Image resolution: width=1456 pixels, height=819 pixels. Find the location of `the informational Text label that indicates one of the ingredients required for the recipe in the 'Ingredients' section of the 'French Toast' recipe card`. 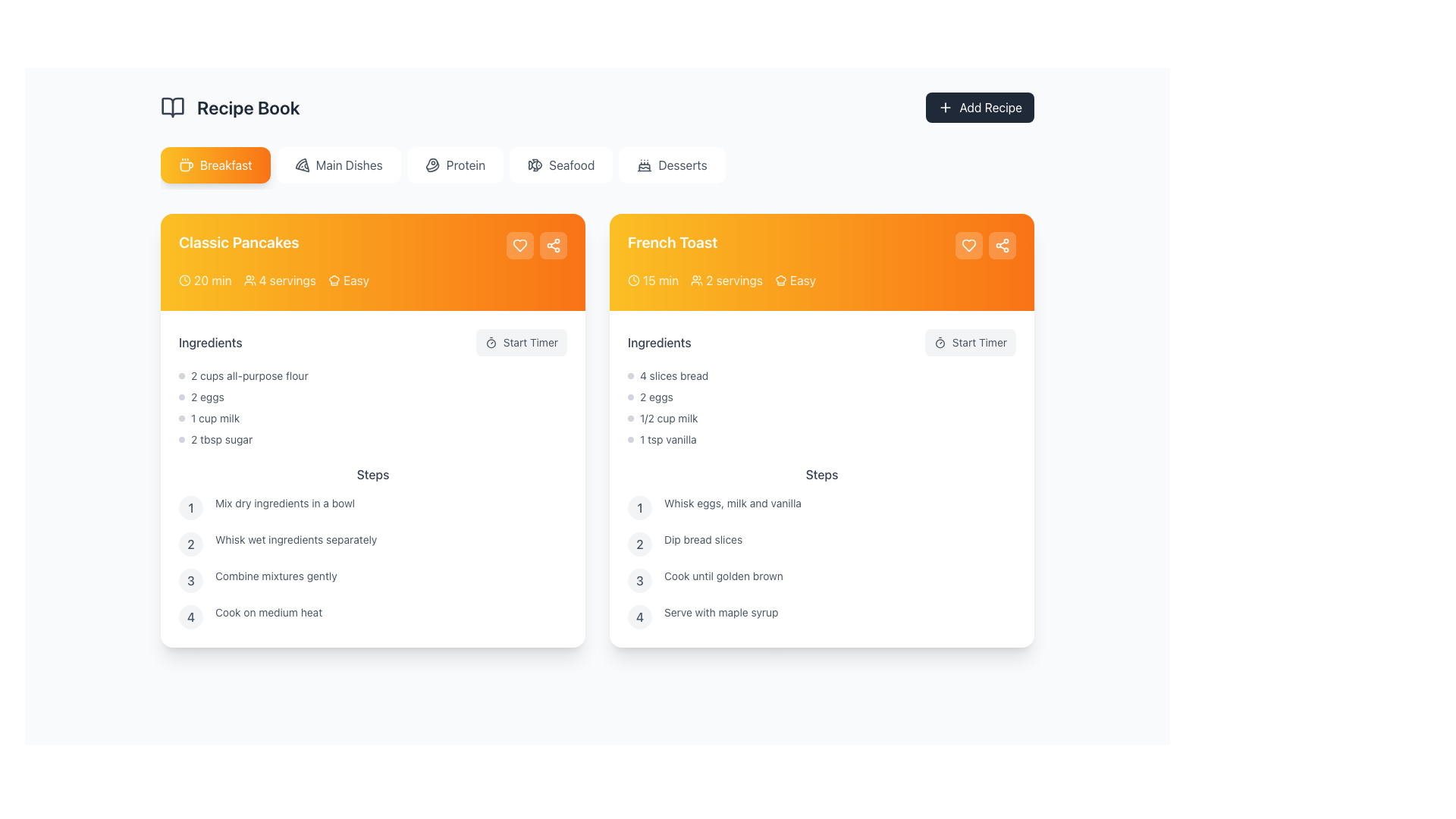

the informational Text label that indicates one of the ingredients required for the recipe in the 'Ingredients' section of the 'French Toast' recipe card is located at coordinates (668, 418).